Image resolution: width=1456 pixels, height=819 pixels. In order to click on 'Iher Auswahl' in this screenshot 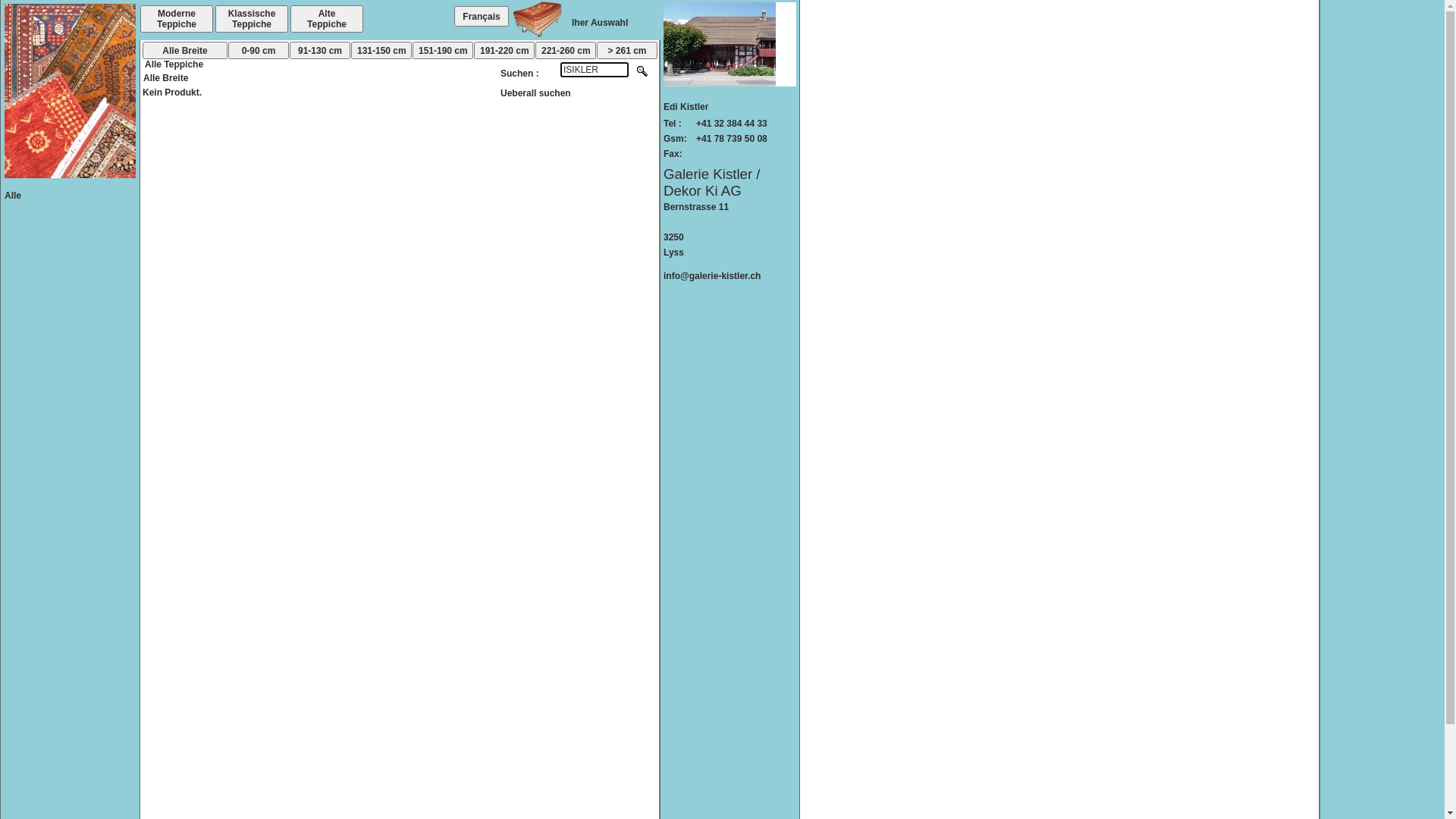, I will do `click(599, 23)`.